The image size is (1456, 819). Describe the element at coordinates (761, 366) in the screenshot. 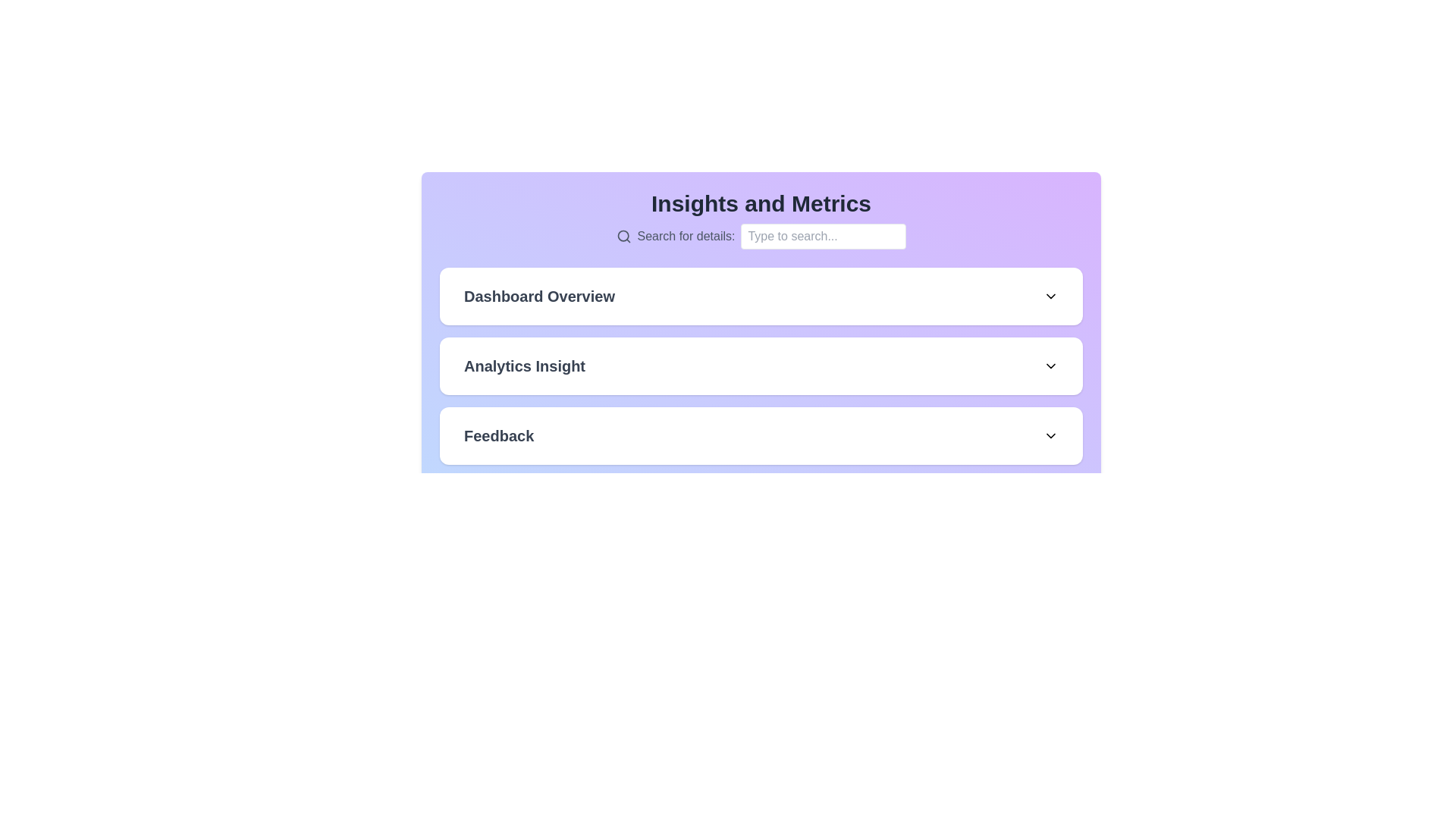

I see `the 'Analytics Insight' button-like UI component` at that location.